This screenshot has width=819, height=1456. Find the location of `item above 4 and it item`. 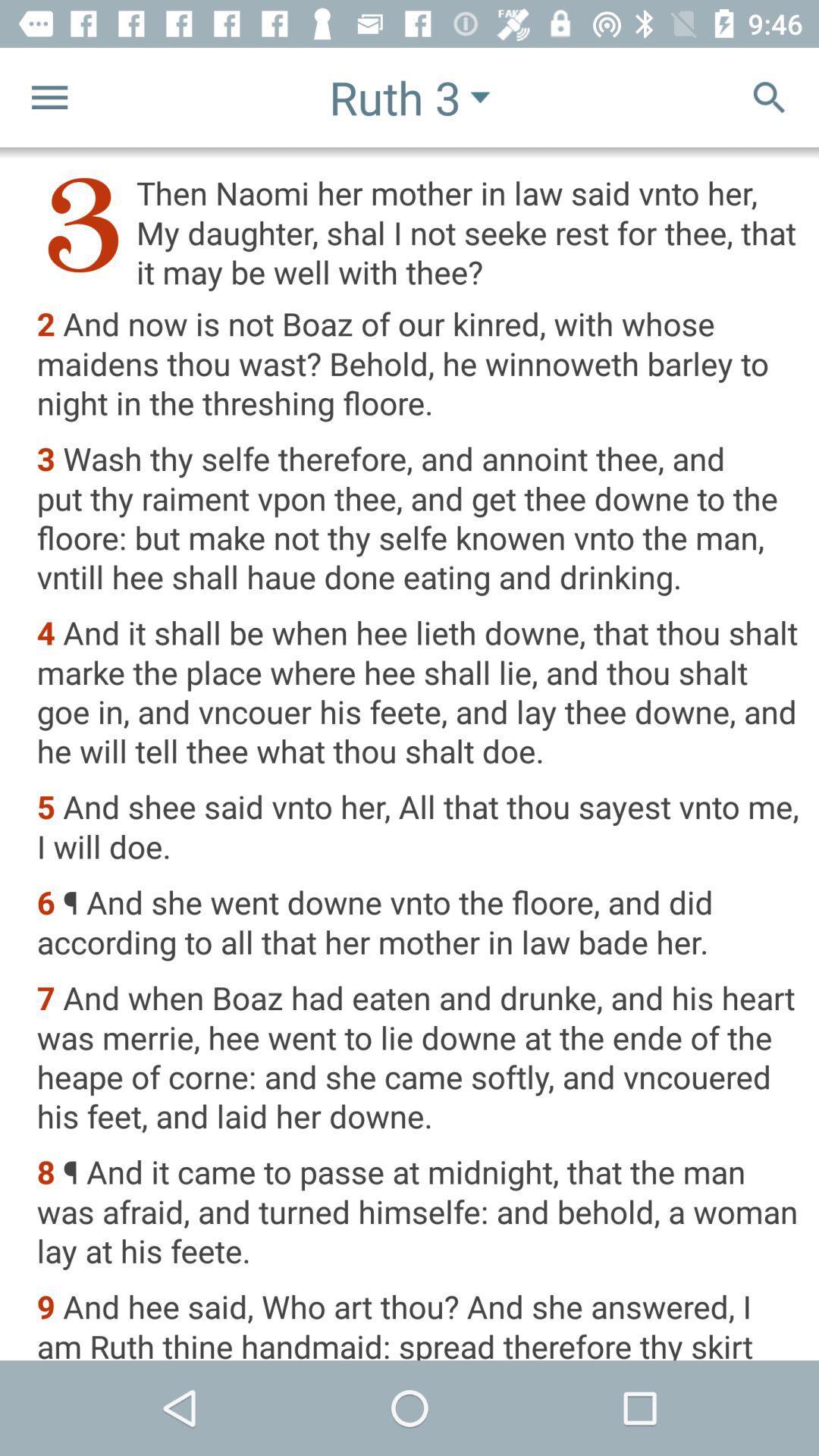

item above 4 and it item is located at coordinates (418, 519).